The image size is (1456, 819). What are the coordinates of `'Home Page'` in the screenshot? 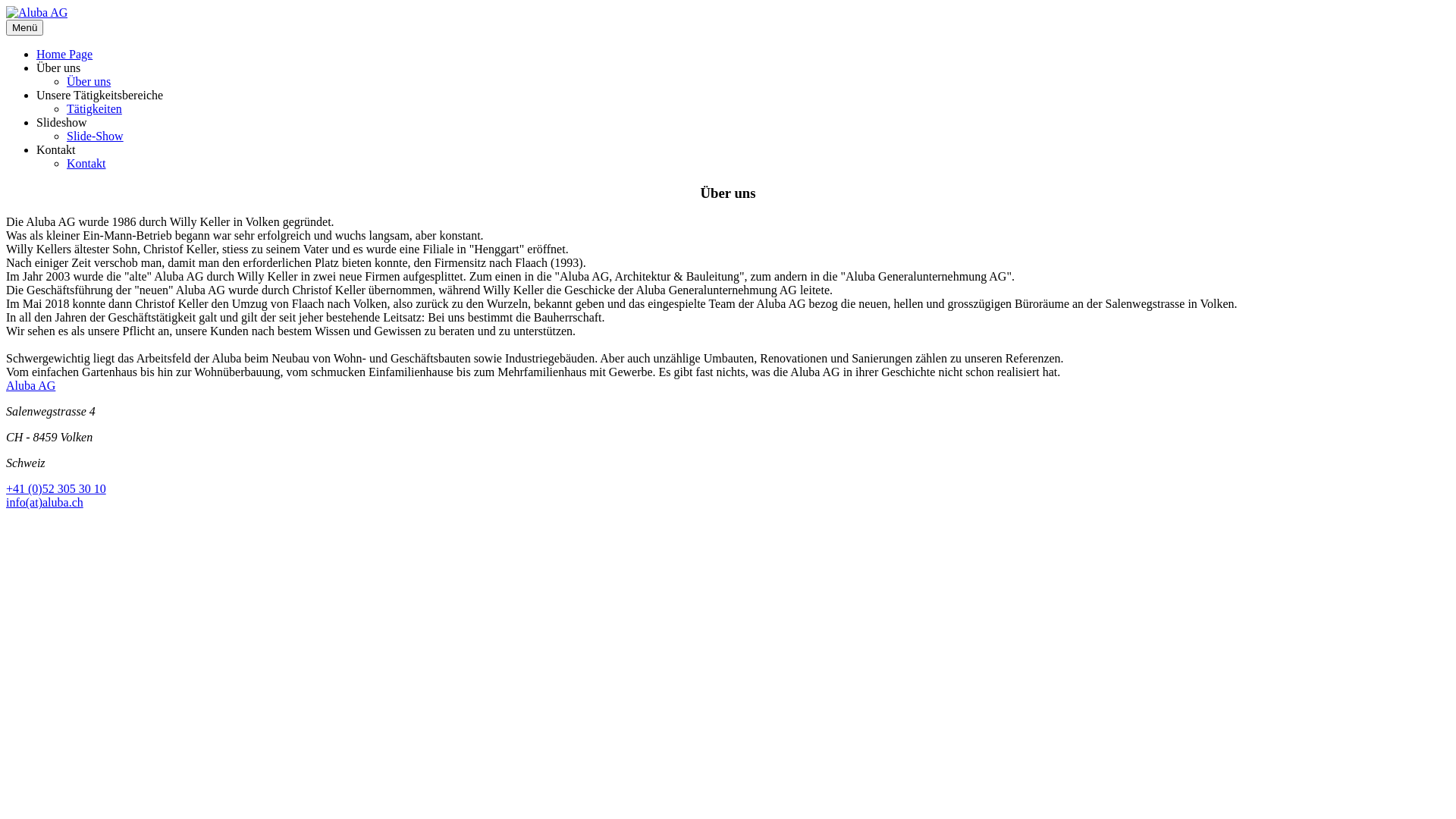 It's located at (64, 53).